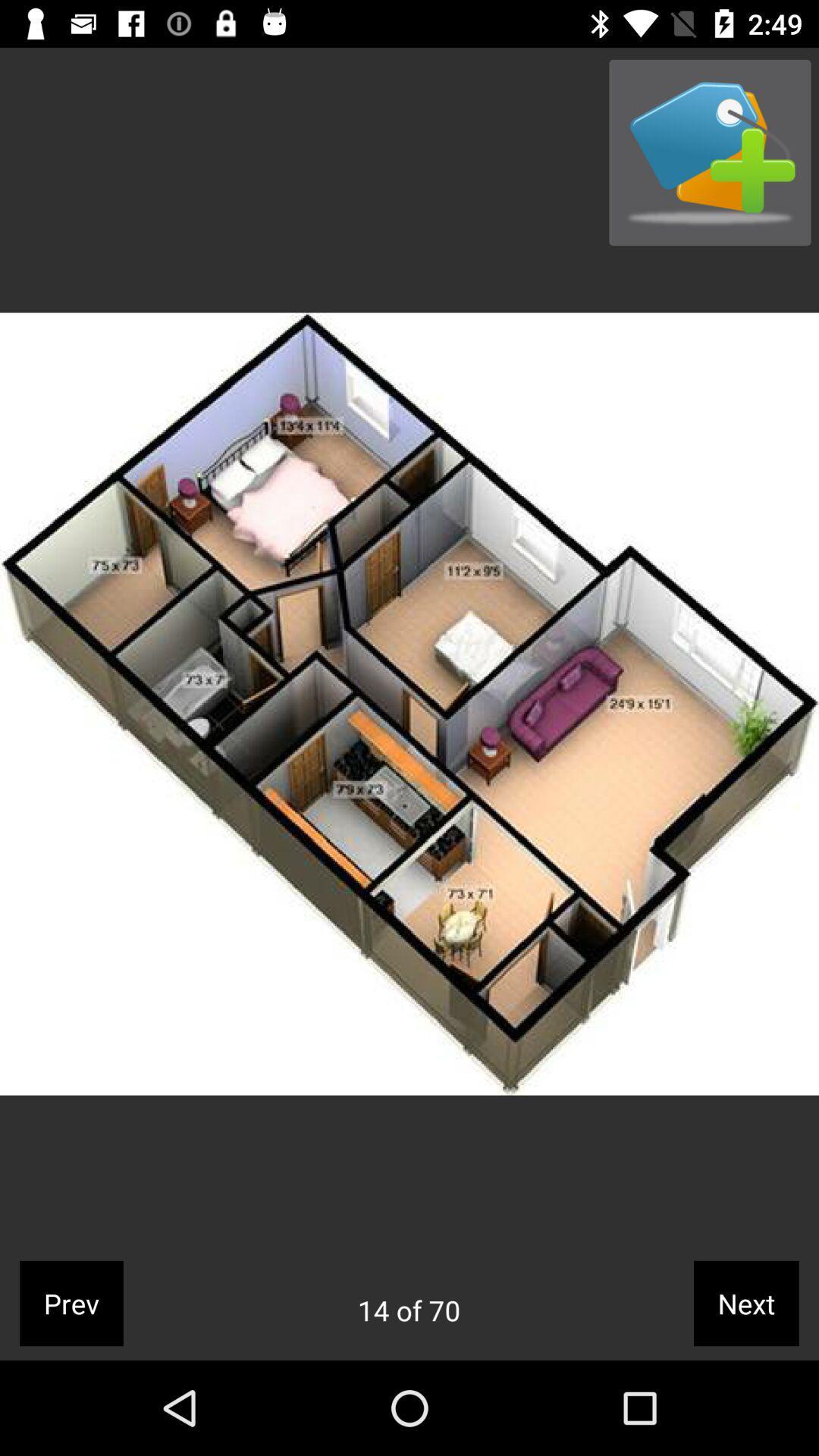 This screenshot has width=819, height=1456. Describe the element at coordinates (71, 1302) in the screenshot. I see `icon at the bottom left corner` at that location.